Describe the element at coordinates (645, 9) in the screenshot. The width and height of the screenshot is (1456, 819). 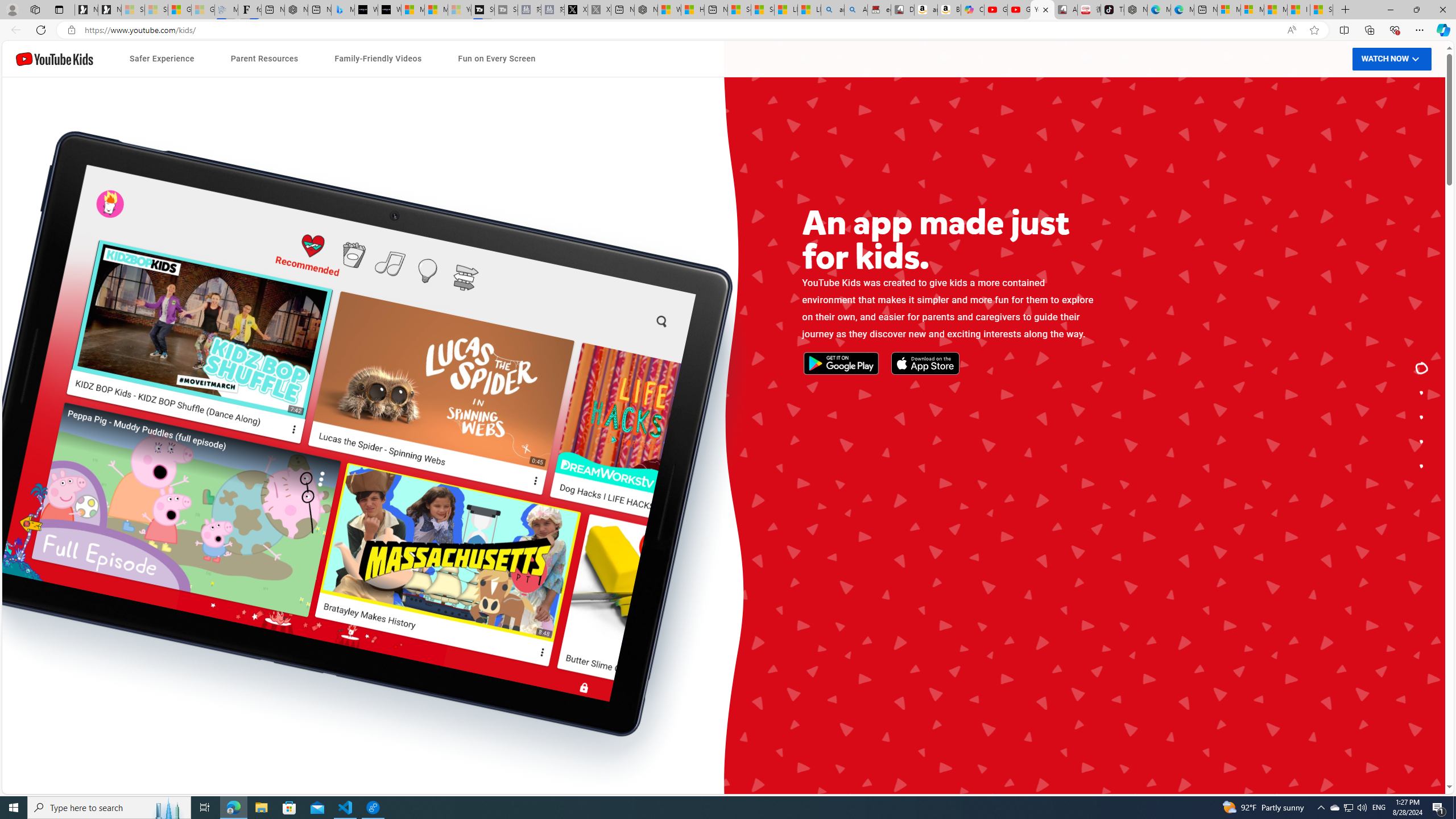
I see `'Nordace - My Account'` at that location.